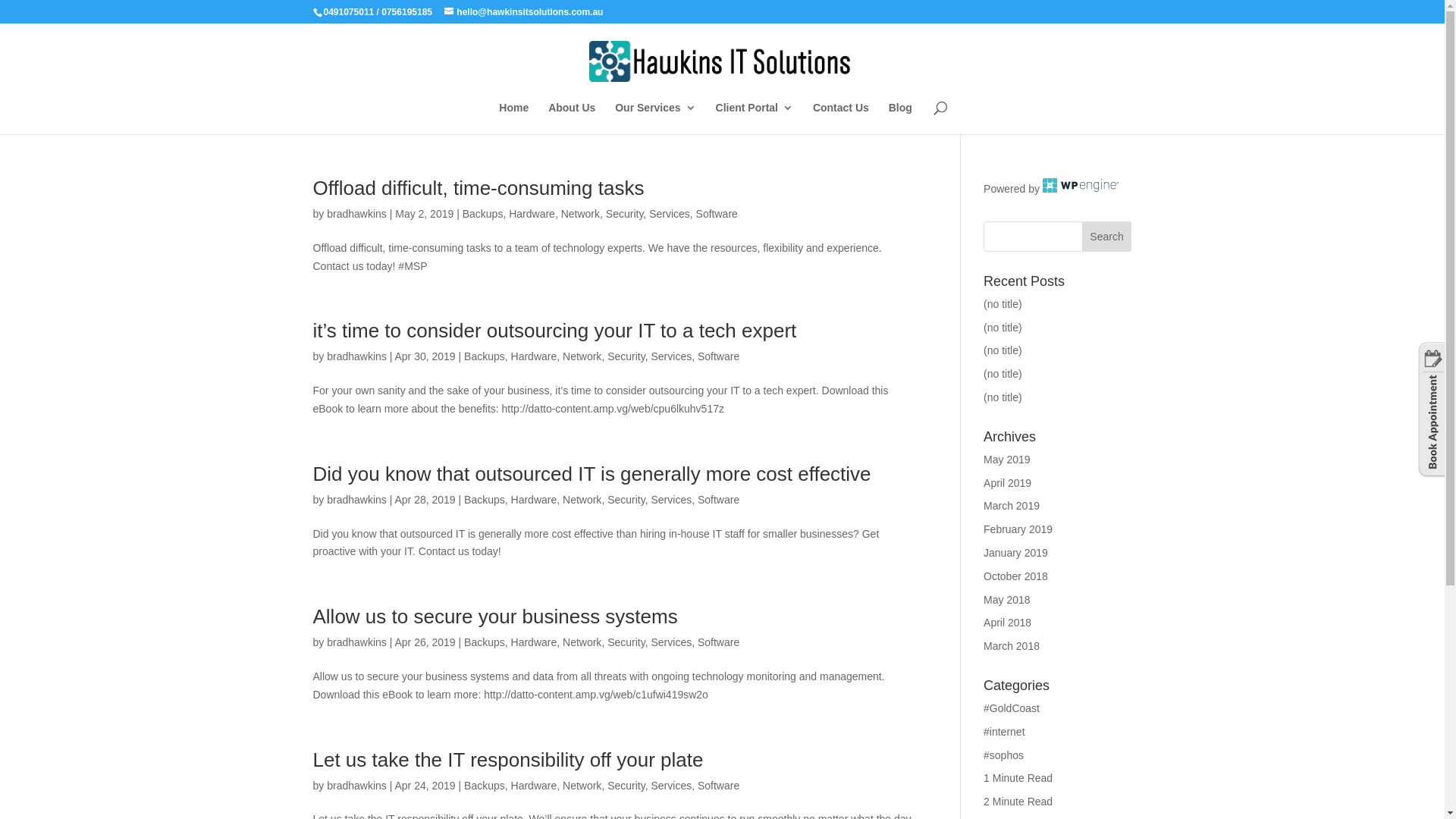 The height and width of the screenshot is (819, 1456). Describe the element at coordinates (1003, 327) in the screenshot. I see `'(no title)'` at that location.